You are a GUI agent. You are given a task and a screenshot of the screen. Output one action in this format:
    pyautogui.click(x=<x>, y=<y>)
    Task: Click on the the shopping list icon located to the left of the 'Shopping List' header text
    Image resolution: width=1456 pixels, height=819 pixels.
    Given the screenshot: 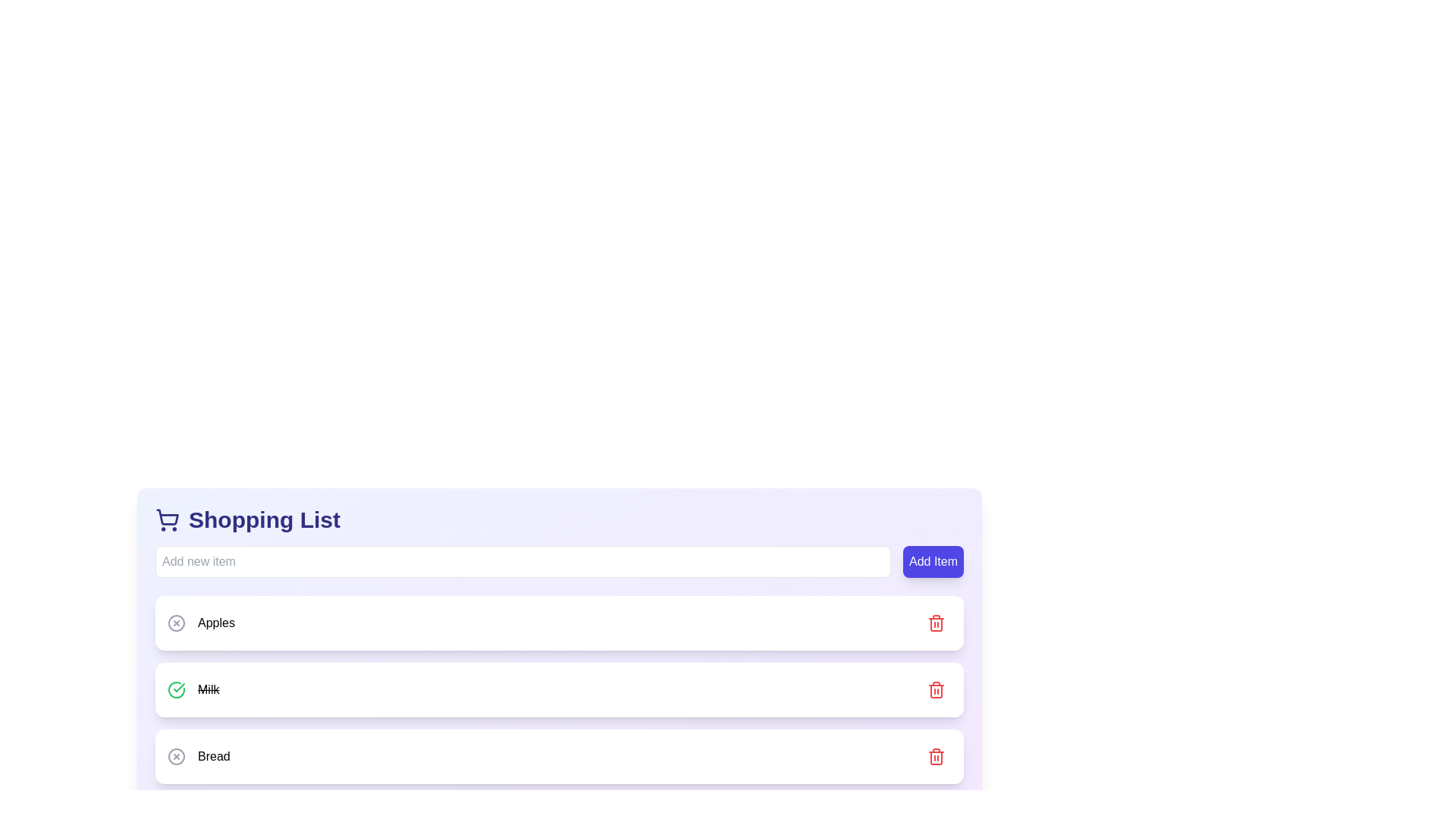 What is the action you would take?
    pyautogui.click(x=167, y=519)
    